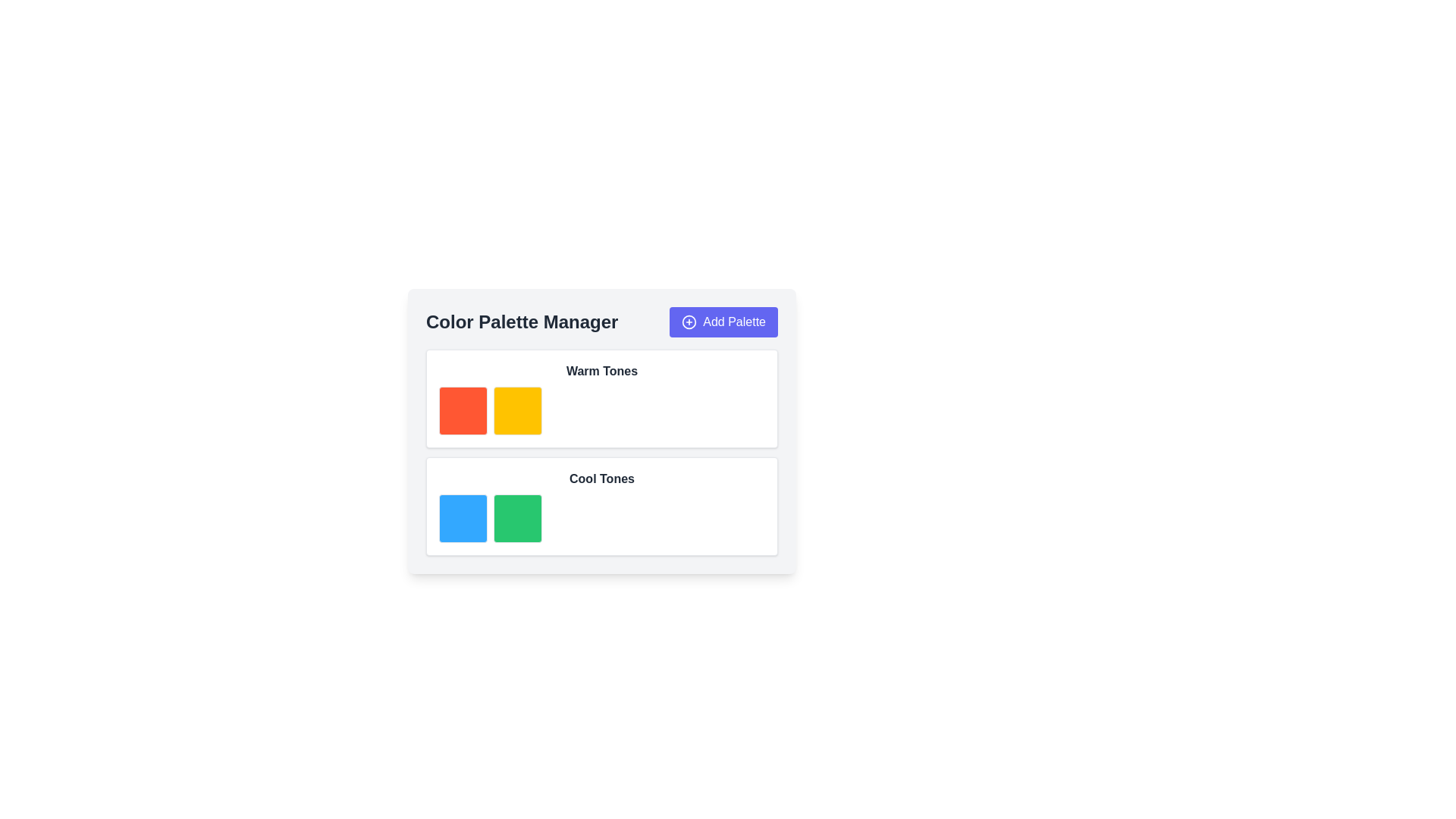  What do you see at coordinates (734, 321) in the screenshot?
I see `the Text label that indicates the purpose of the button to add a new palette, located in the upper right corner of the 'Color Palette Manager' section` at bounding box center [734, 321].